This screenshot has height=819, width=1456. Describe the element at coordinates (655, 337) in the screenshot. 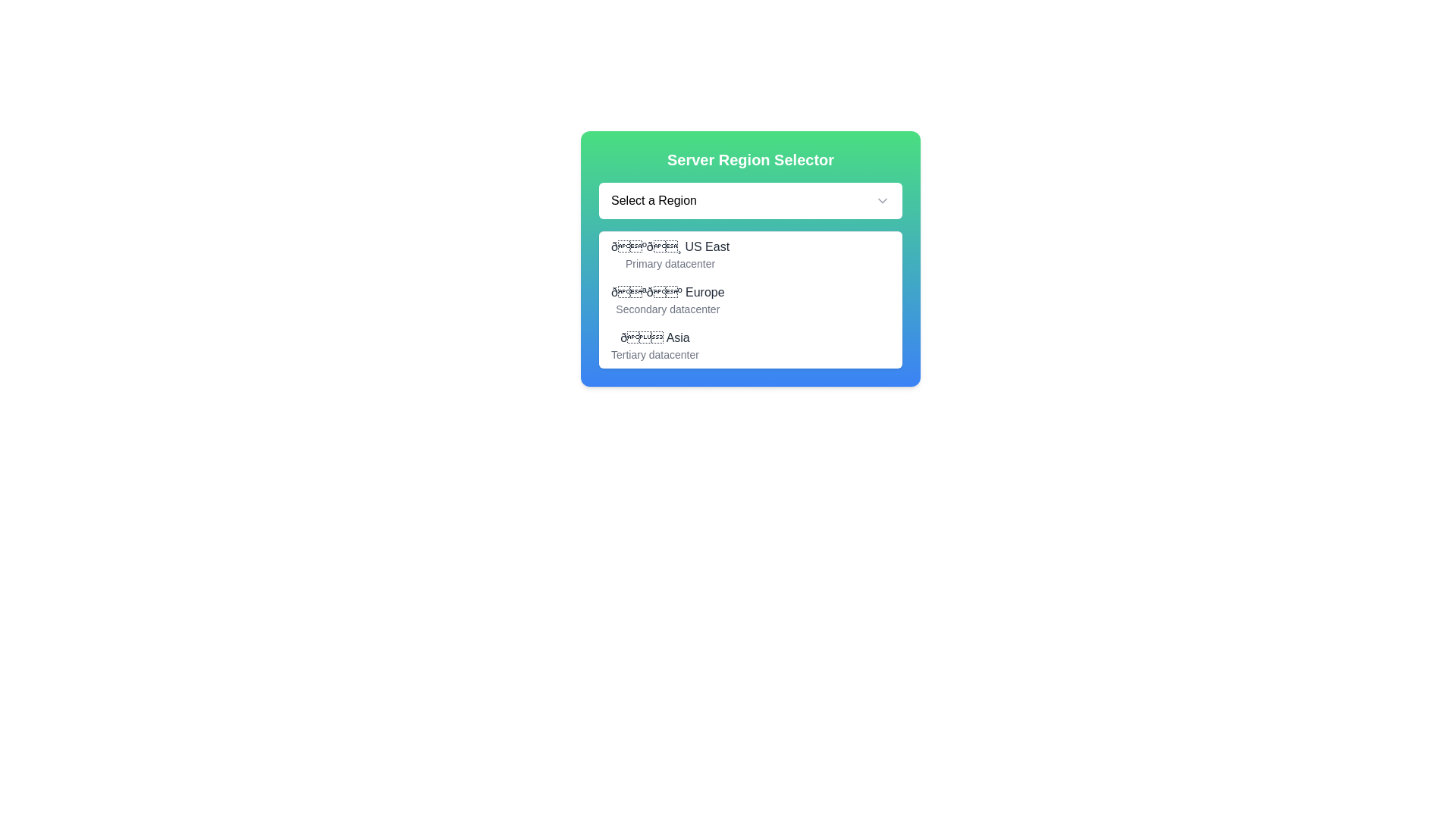

I see `the text label with the icon that displays '🌏 Asia' in gray, located in the dropdown menu under 'Server Region Selector'` at that location.